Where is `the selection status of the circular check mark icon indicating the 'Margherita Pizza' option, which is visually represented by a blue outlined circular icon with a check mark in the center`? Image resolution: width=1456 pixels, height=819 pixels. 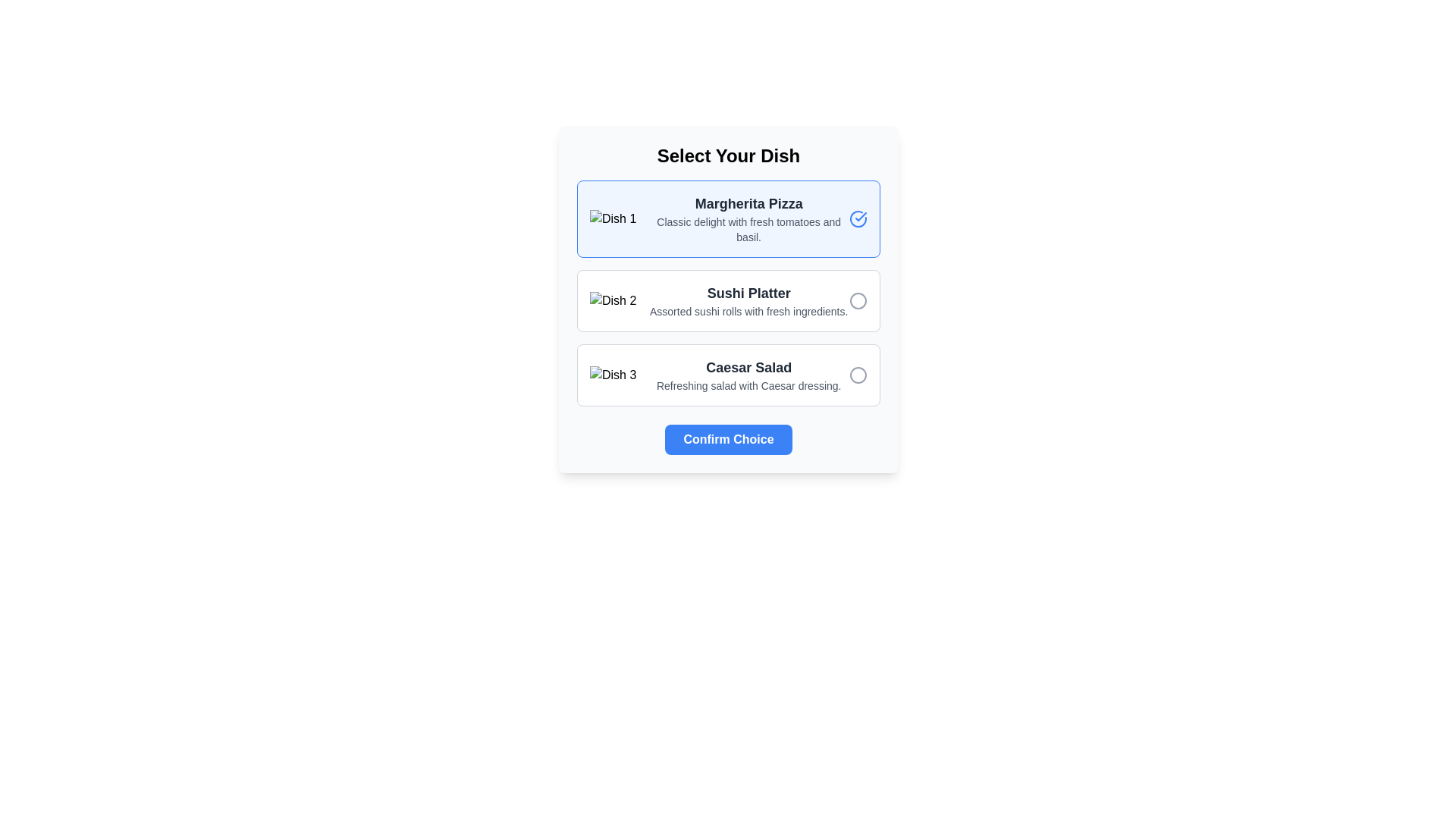
the selection status of the circular check mark icon indicating the 'Margherita Pizza' option, which is visually represented by a blue outlined circular icon with a check mark in the center is located at coordinates (858, 219).